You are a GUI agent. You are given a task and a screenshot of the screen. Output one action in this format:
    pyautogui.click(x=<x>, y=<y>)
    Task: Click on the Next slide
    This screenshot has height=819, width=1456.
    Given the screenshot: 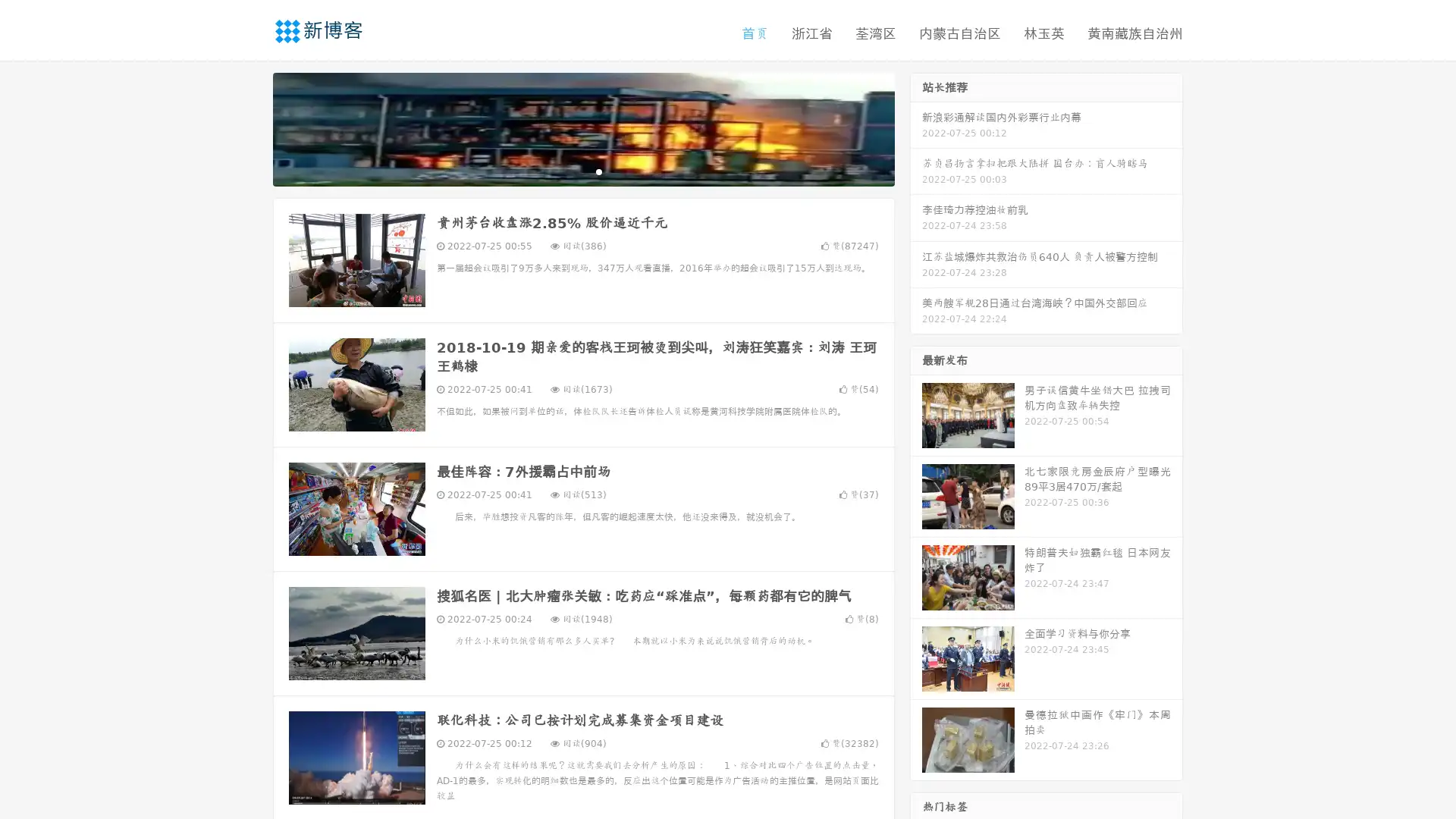 What is the action you would take?
    pyautogui.click(x=916, y=127)
    